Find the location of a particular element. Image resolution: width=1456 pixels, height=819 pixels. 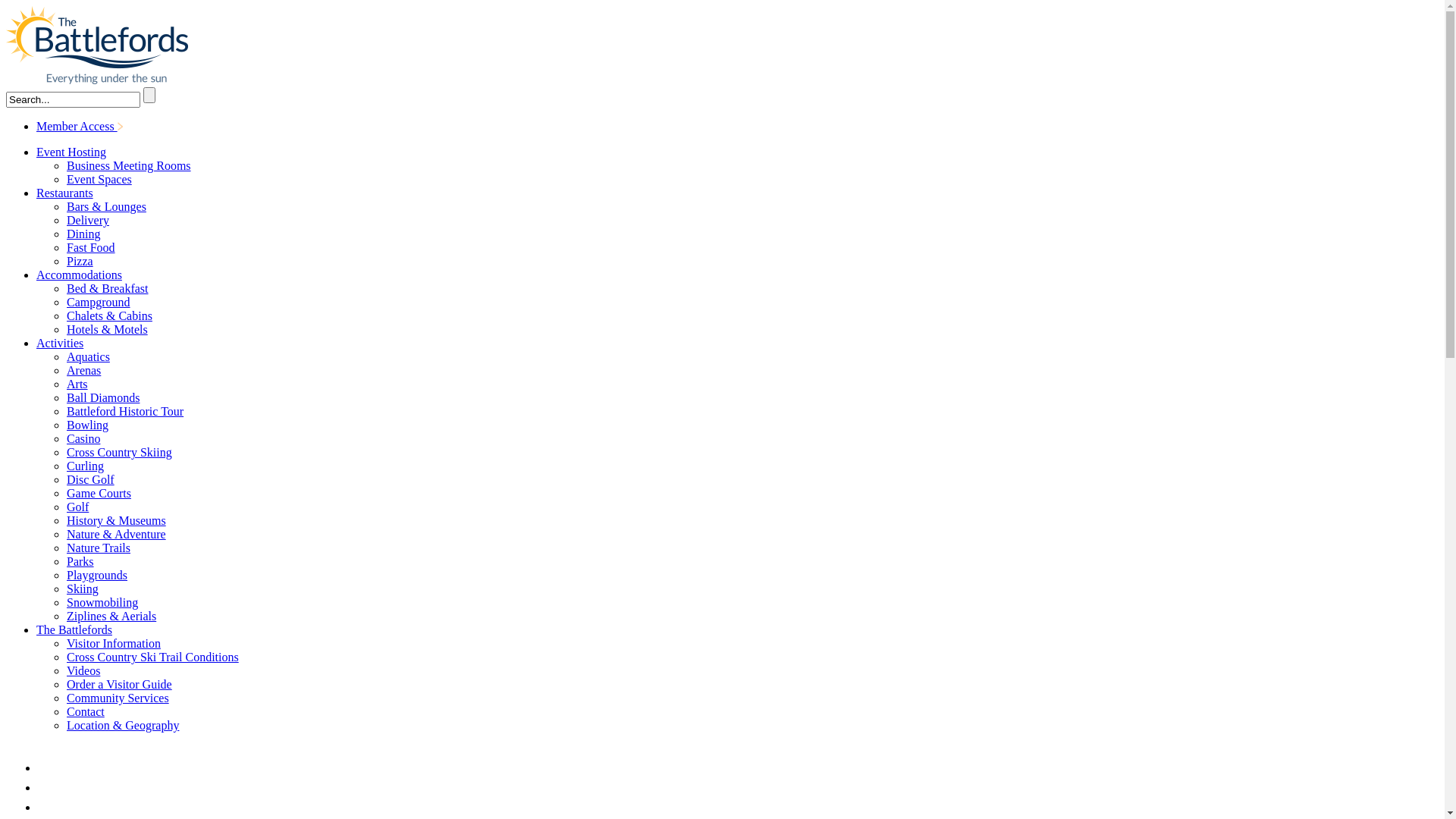

'Cross Country Ski Trail Conditions' is located at coordinates (65, 656).